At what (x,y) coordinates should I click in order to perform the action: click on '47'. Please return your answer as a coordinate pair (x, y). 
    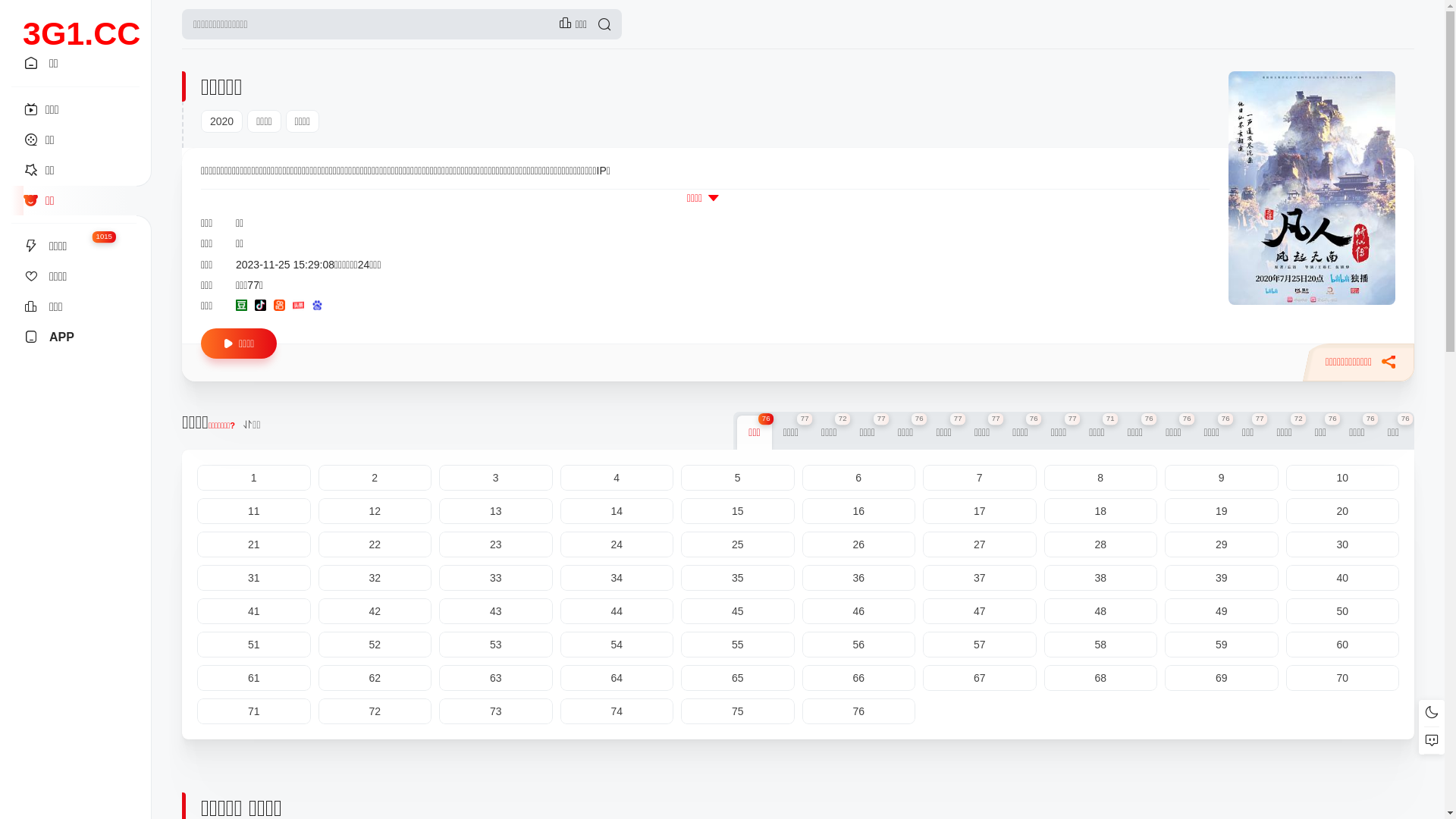
    Looking at the image, I should click on (979, 610).